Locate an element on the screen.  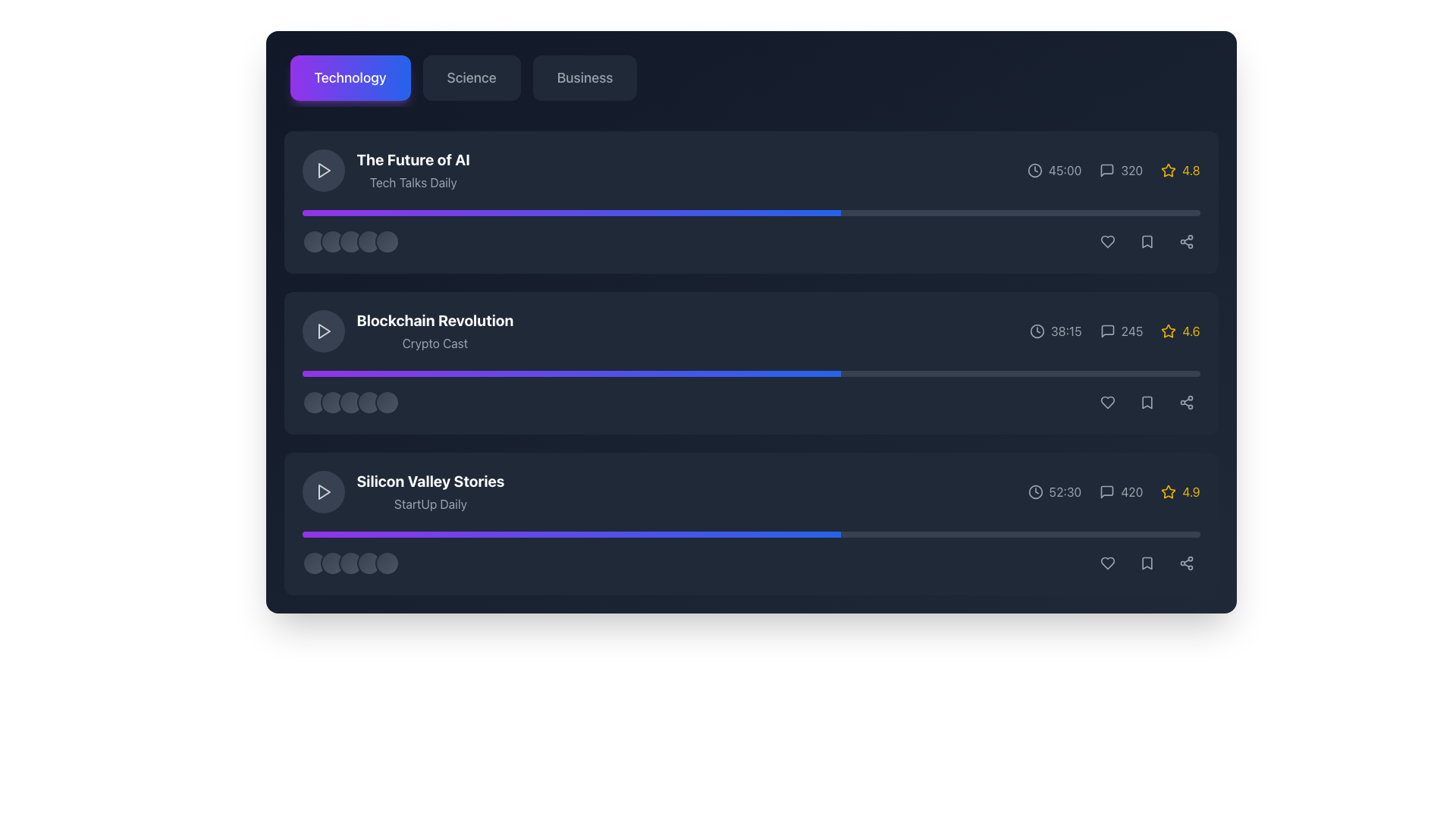
the Icon group, which consists of five circular shapes with a gradient styling and a border, located directly below the text 'The Future of AI - Tech Talks Daily' and aligned with the progress bar is located at coordinates (350, 241).